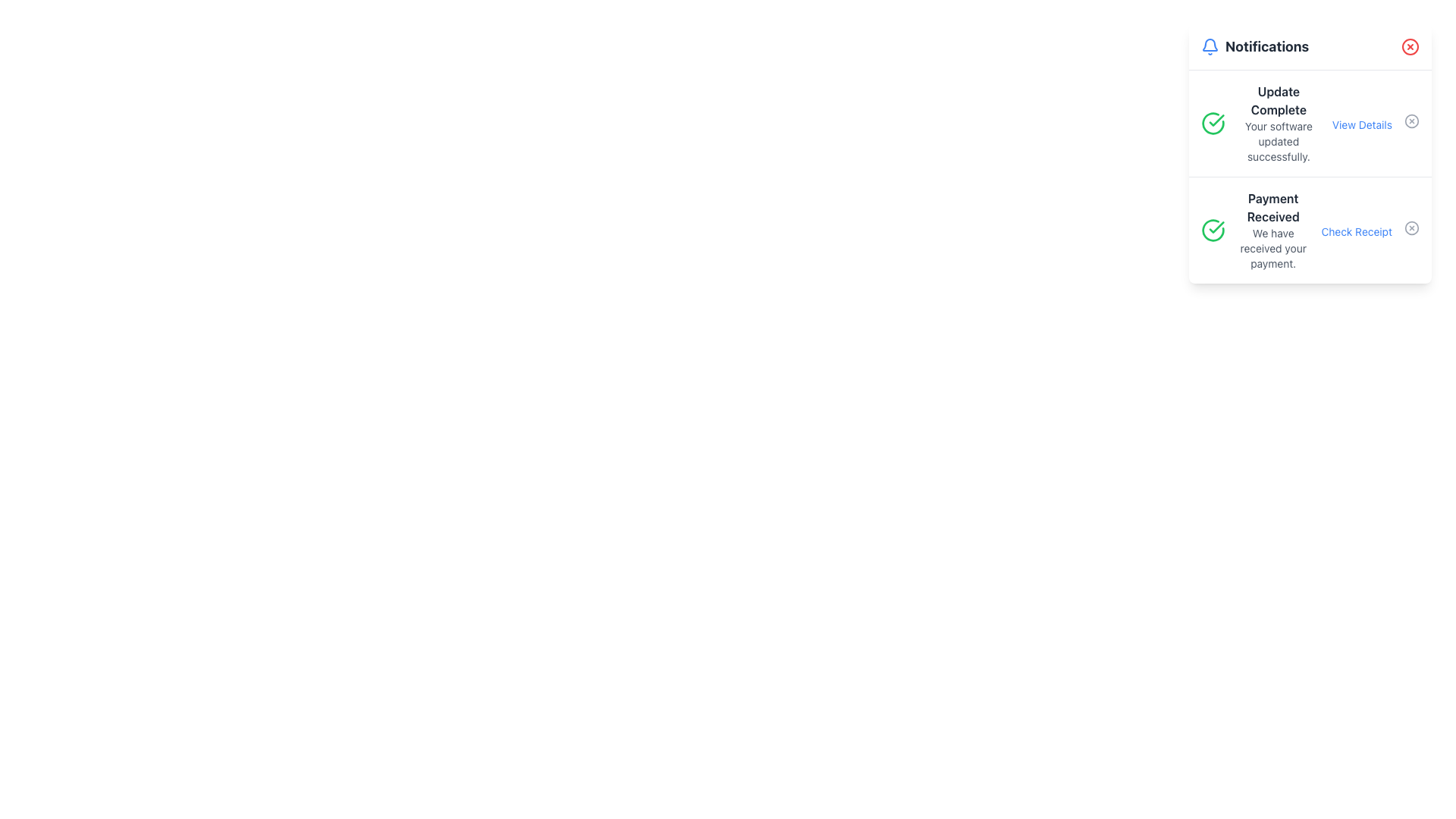 The image size is (1456, 819). Describe the element at coordinates (1411, 227) in the screenshot. I see `the close icon button located to the right of the 'Check Receipt' text in the 'Payment Received' notification` at that location.